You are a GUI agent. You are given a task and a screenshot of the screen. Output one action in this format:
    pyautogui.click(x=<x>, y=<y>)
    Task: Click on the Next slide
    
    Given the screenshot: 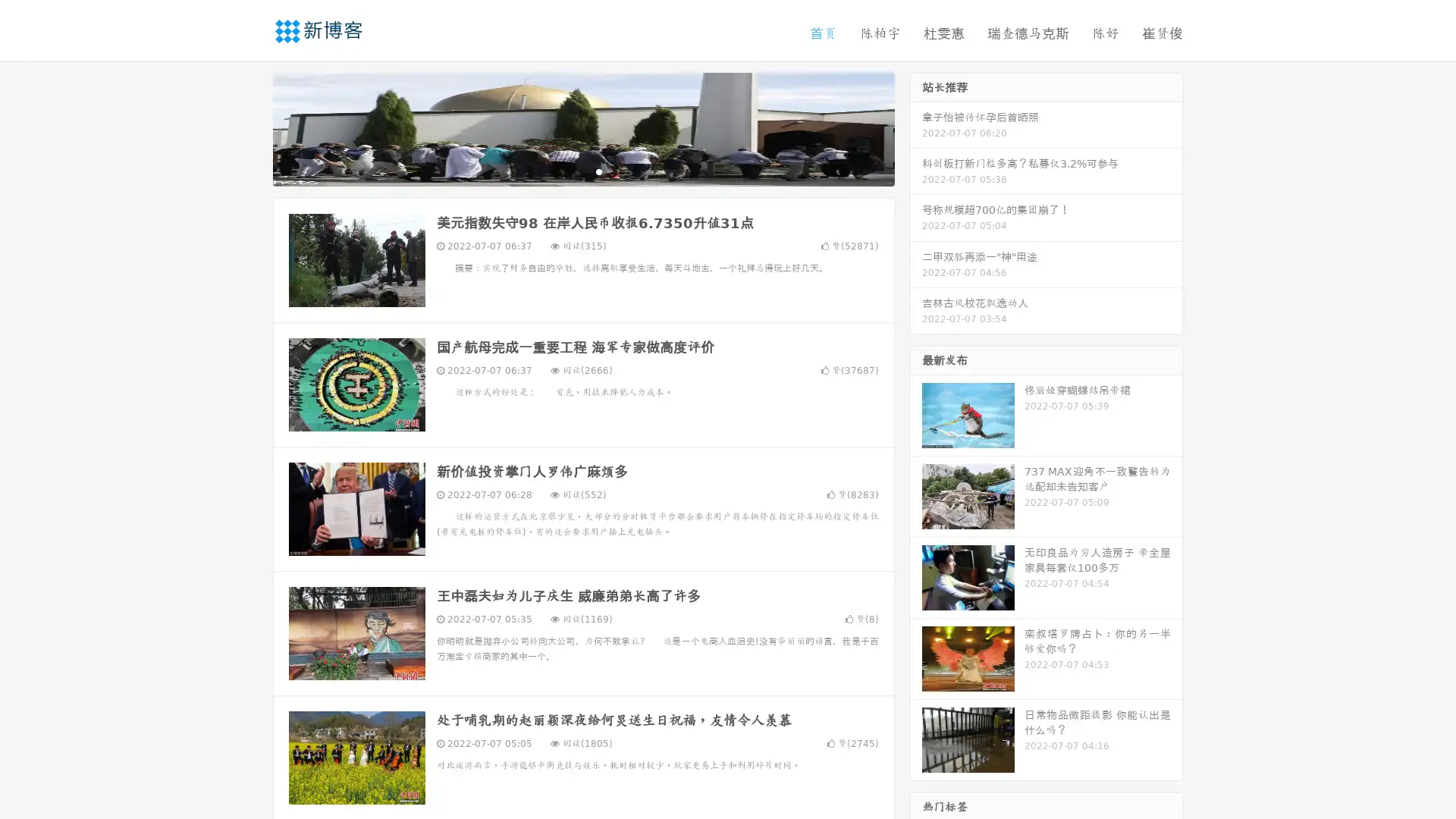 What is the action you would take?
    pyautogui.click(x=916, y=127)
    